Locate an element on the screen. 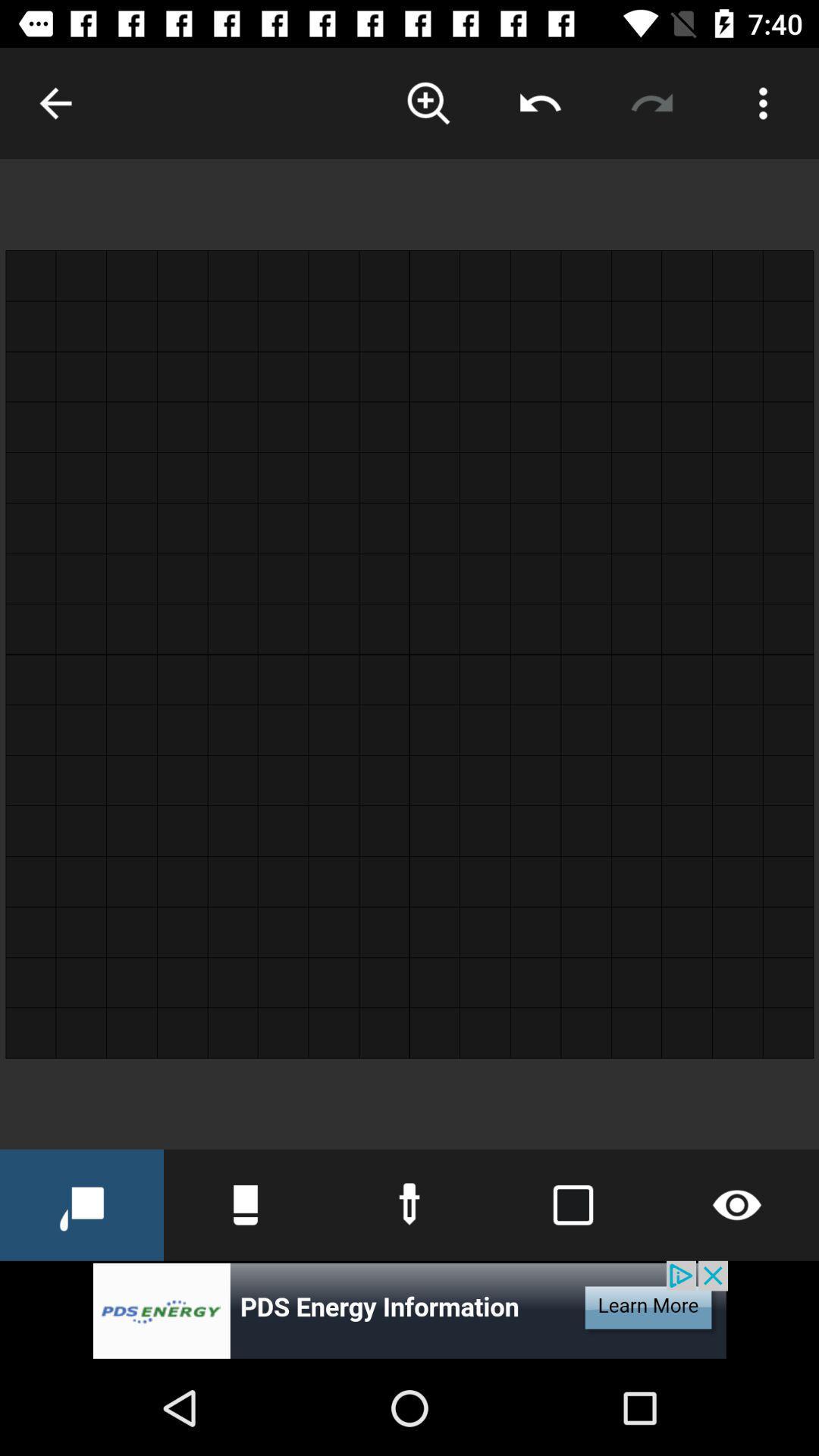  banner advertisement is located at coordinates (409, 1310).